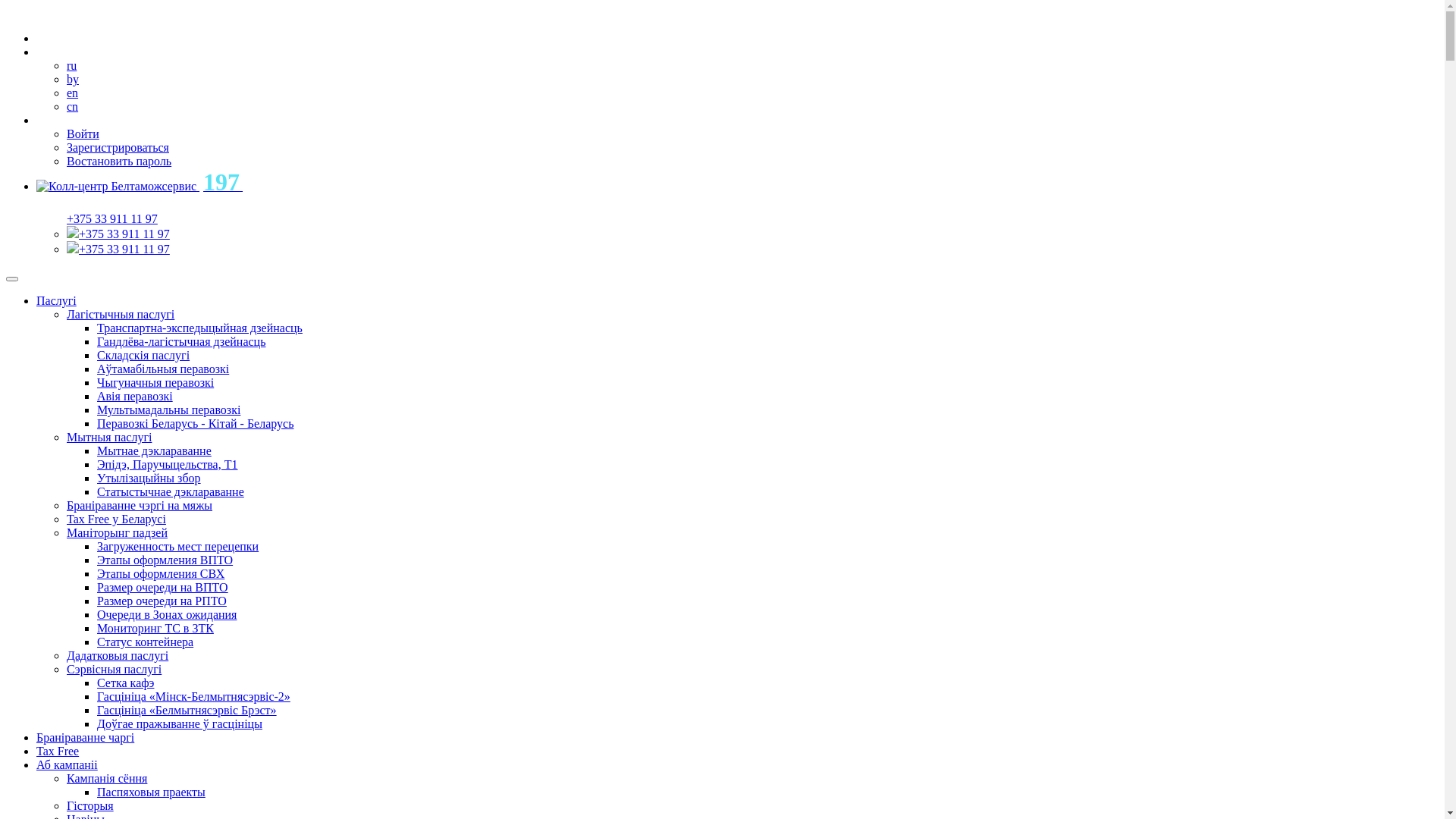 This screenshot has width=1456, height=819. I want to click on 'ru', so click(65, 64).